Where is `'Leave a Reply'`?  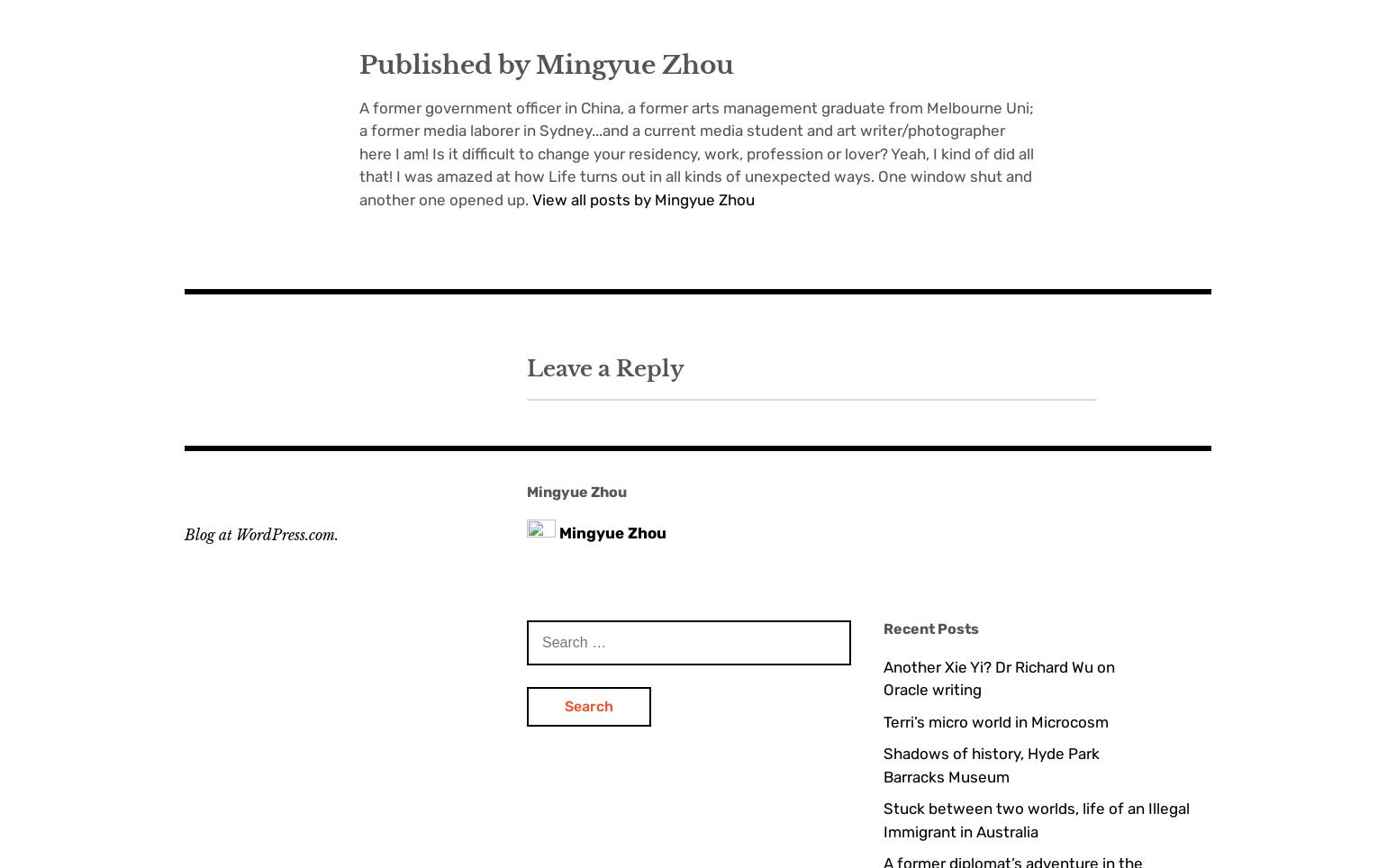
'Leave a Reply' is located at coordinates (603, 366).